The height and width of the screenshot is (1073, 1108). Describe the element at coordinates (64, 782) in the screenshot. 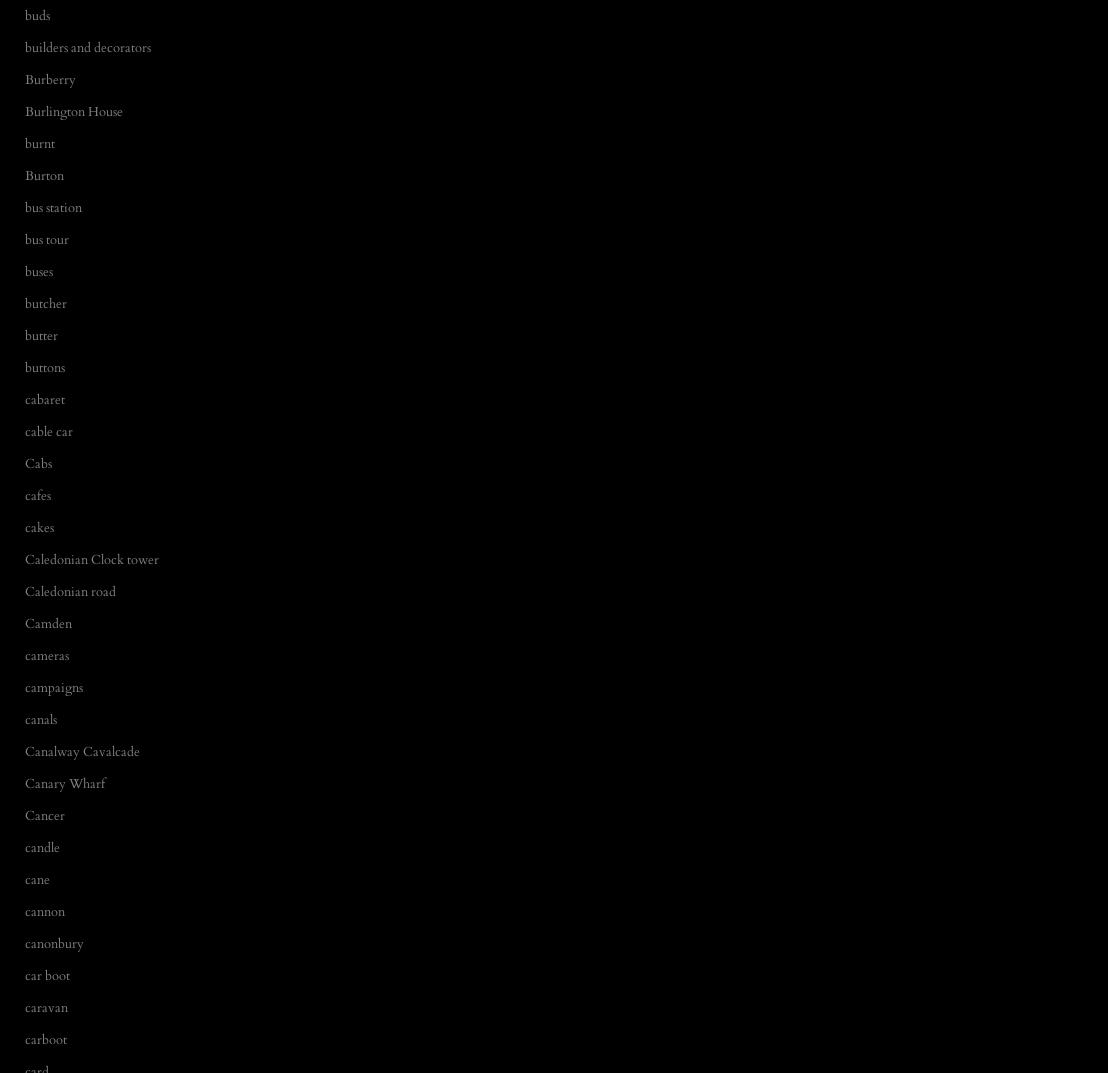

I see `'Canary Wharf'` at that location.